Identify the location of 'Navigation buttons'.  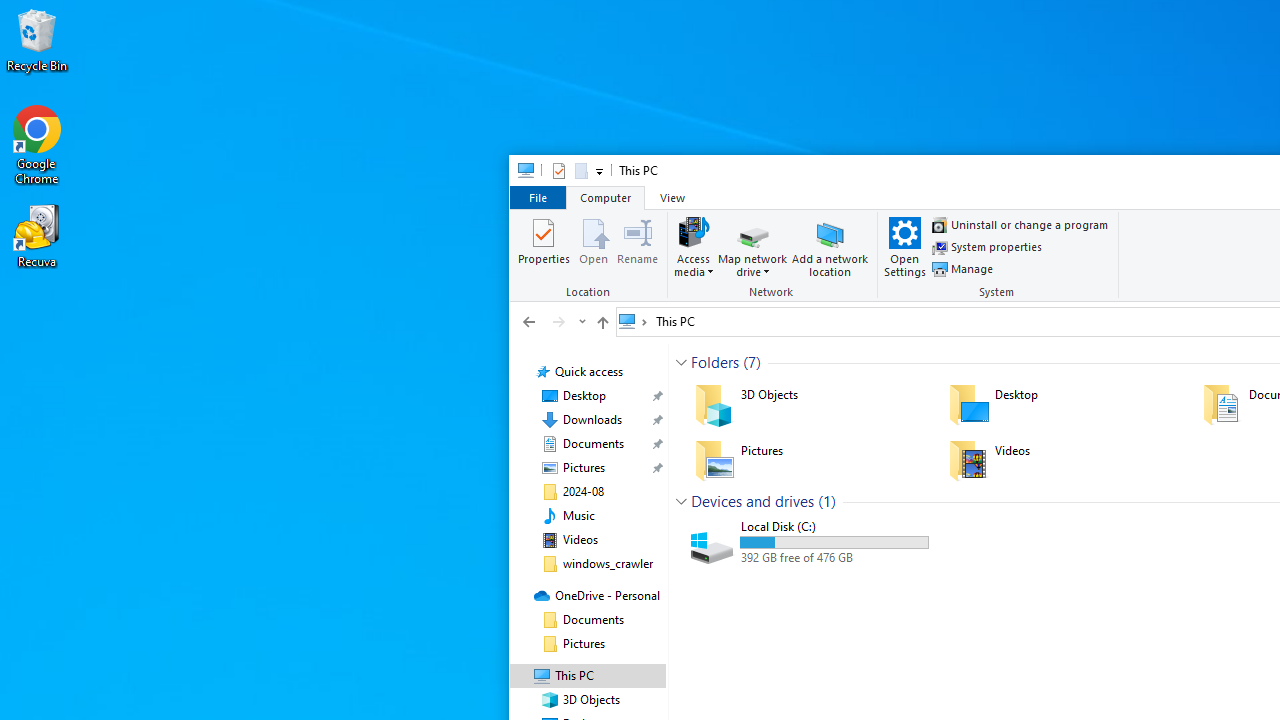
(552, 320).